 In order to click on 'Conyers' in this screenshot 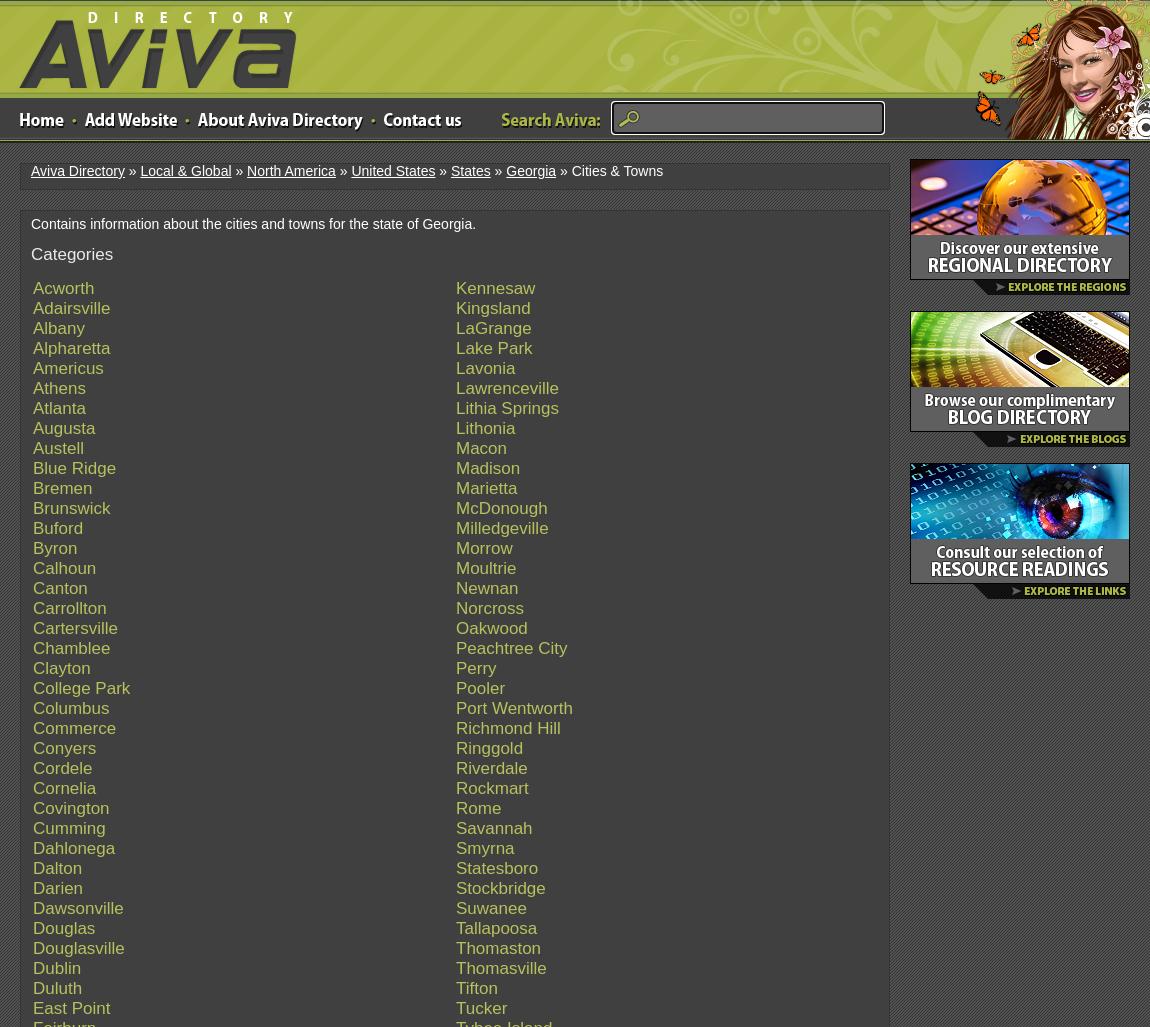, I will do `click(63, 747)`.